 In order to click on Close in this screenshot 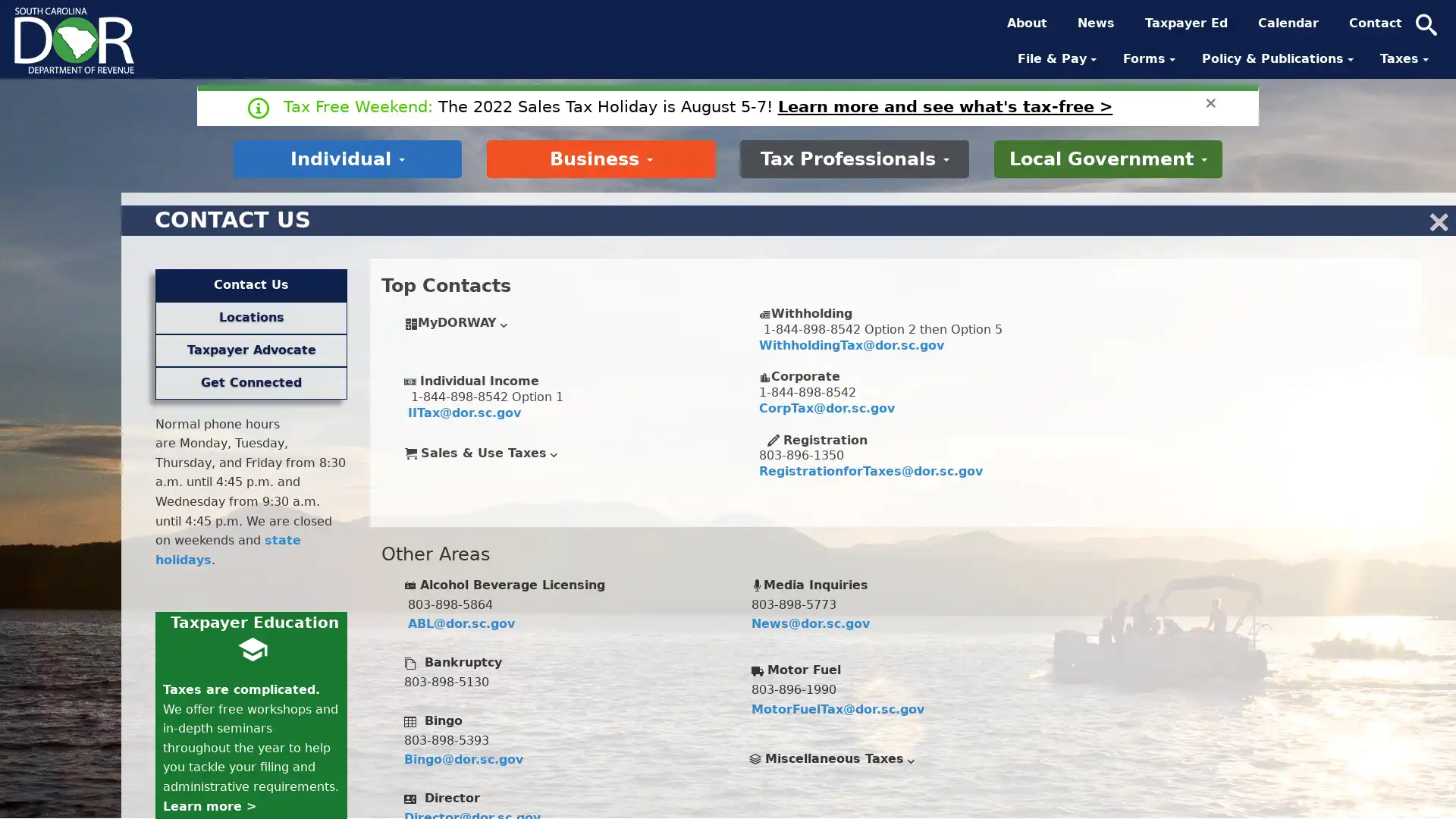, I will do `click(1210, 102)`.